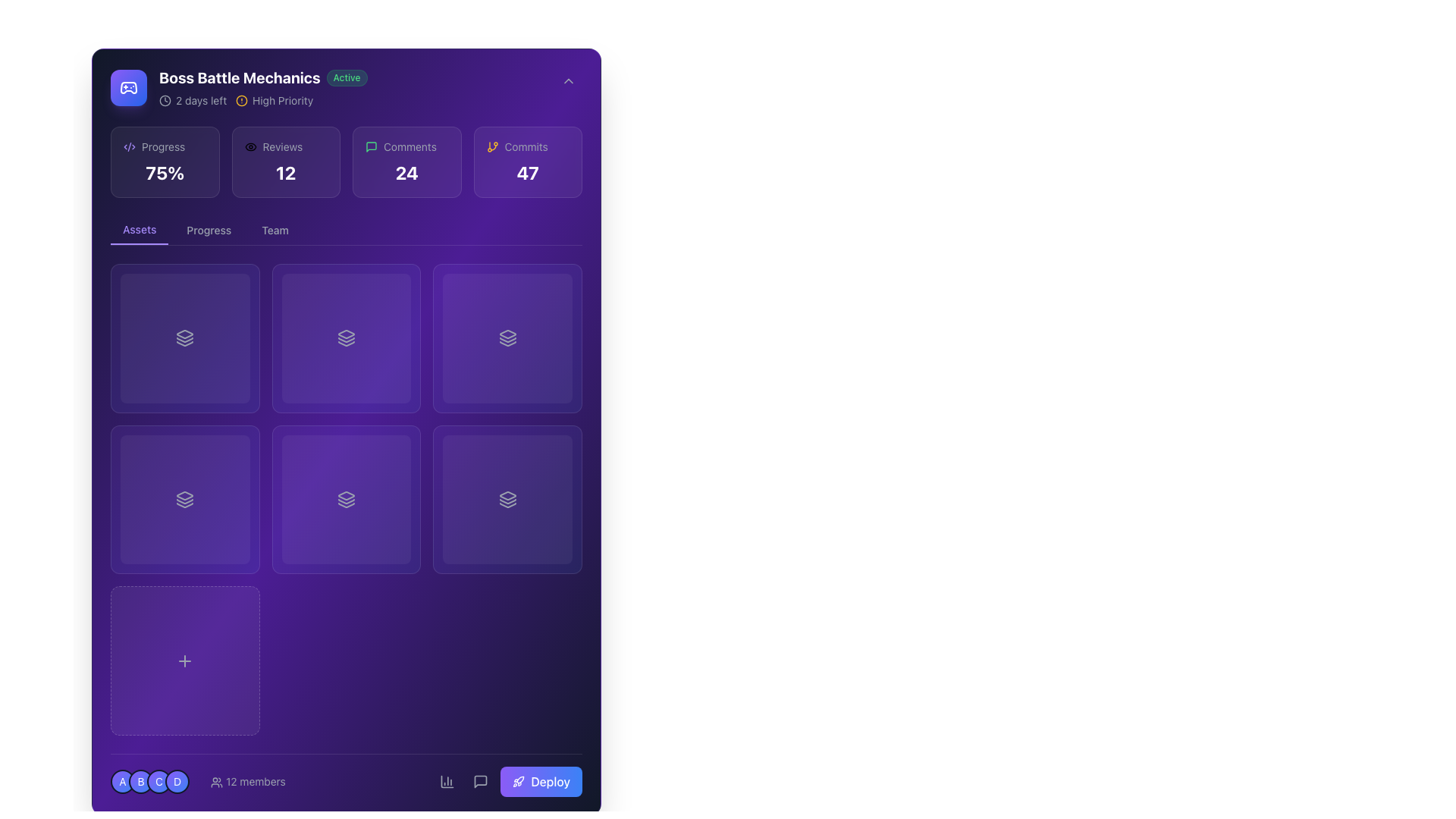 The image size is (1456, 819). What do you see at coordinates (447, 781) in the screenshot?
I see `the analytics button located to the left of the 'Deploy' button in the bottom section of the interface` at bounding box center [447, 781].